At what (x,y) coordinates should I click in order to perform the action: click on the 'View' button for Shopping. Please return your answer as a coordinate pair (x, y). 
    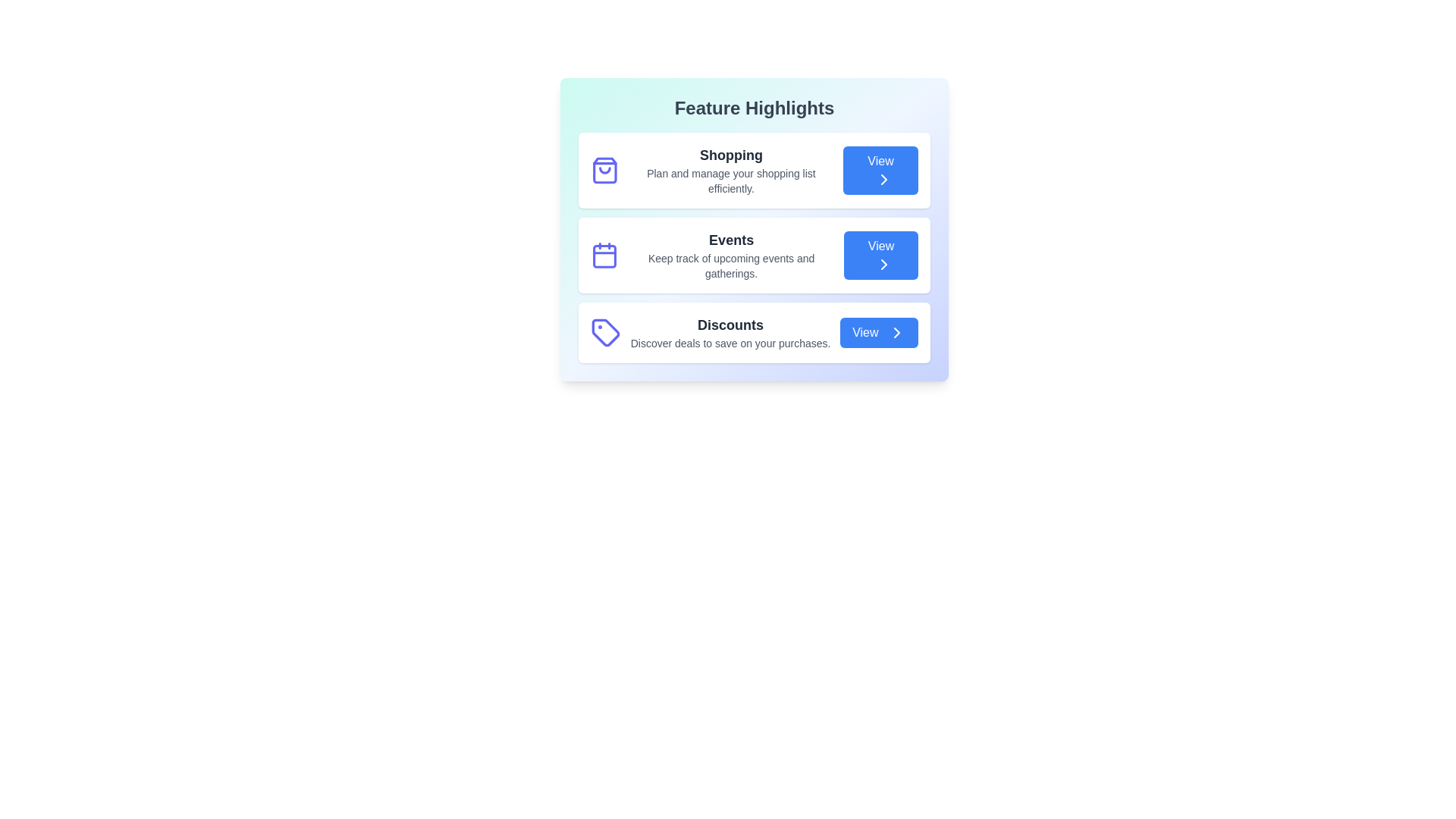
    Looking at the image, I should click on (880, 170).